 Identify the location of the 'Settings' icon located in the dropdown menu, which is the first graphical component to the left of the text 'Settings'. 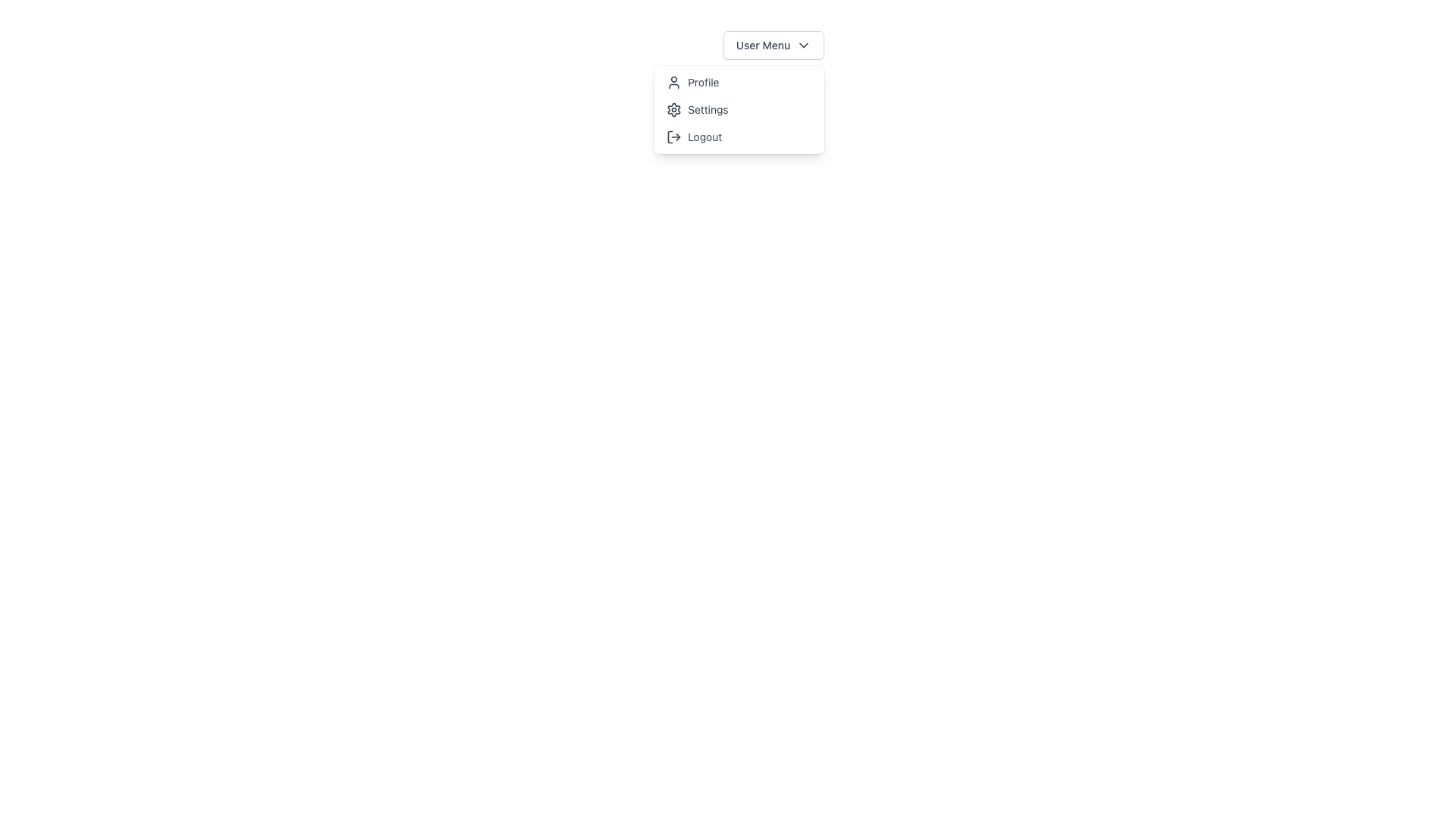
(673, 109).